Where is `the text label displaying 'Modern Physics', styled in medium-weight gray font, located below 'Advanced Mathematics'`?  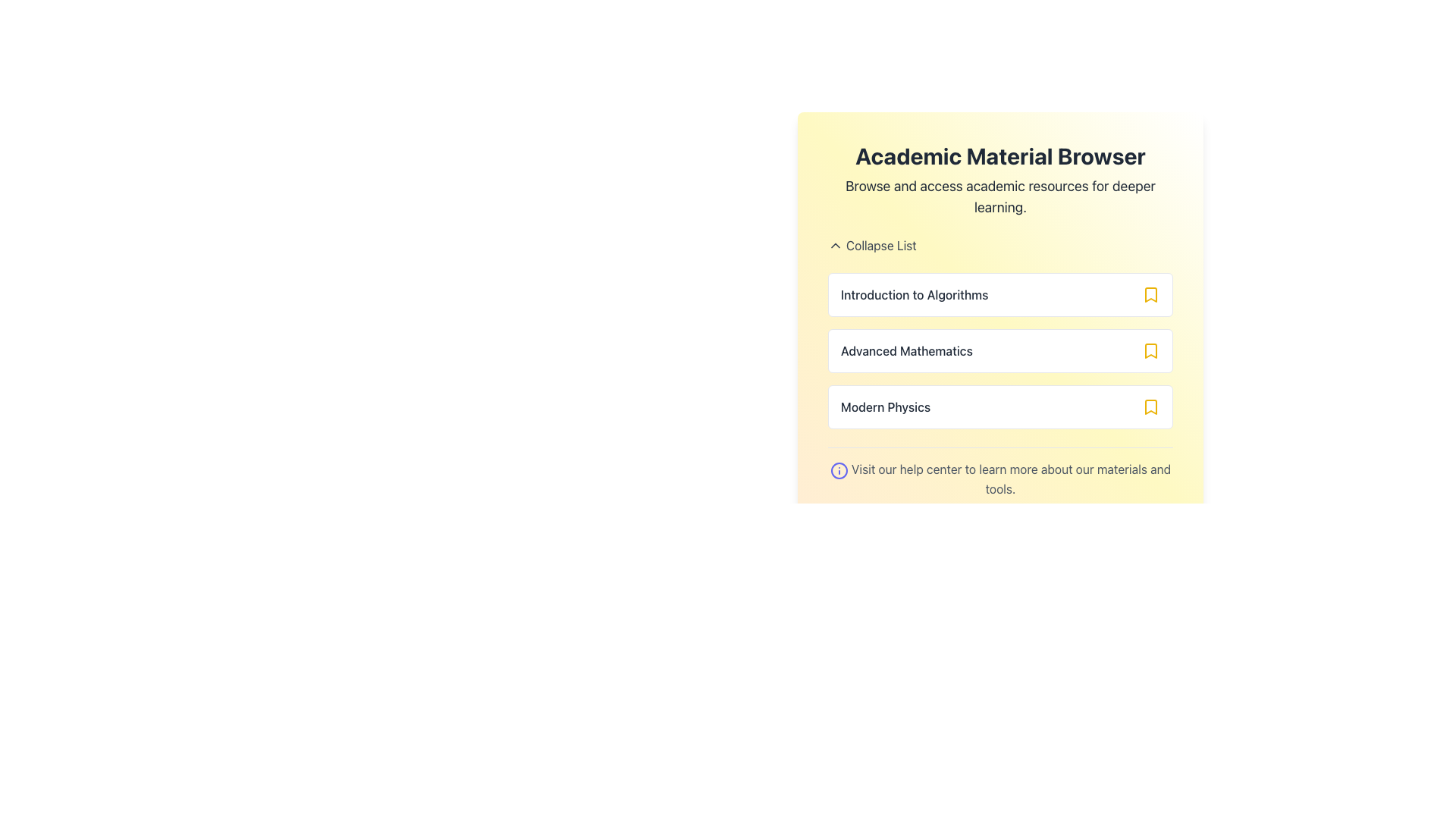 the text label displaying 'Modern Physics', styled in medium-weight gray font, located below 'Advanced Mathematics' is located at coordinates (886, 406).